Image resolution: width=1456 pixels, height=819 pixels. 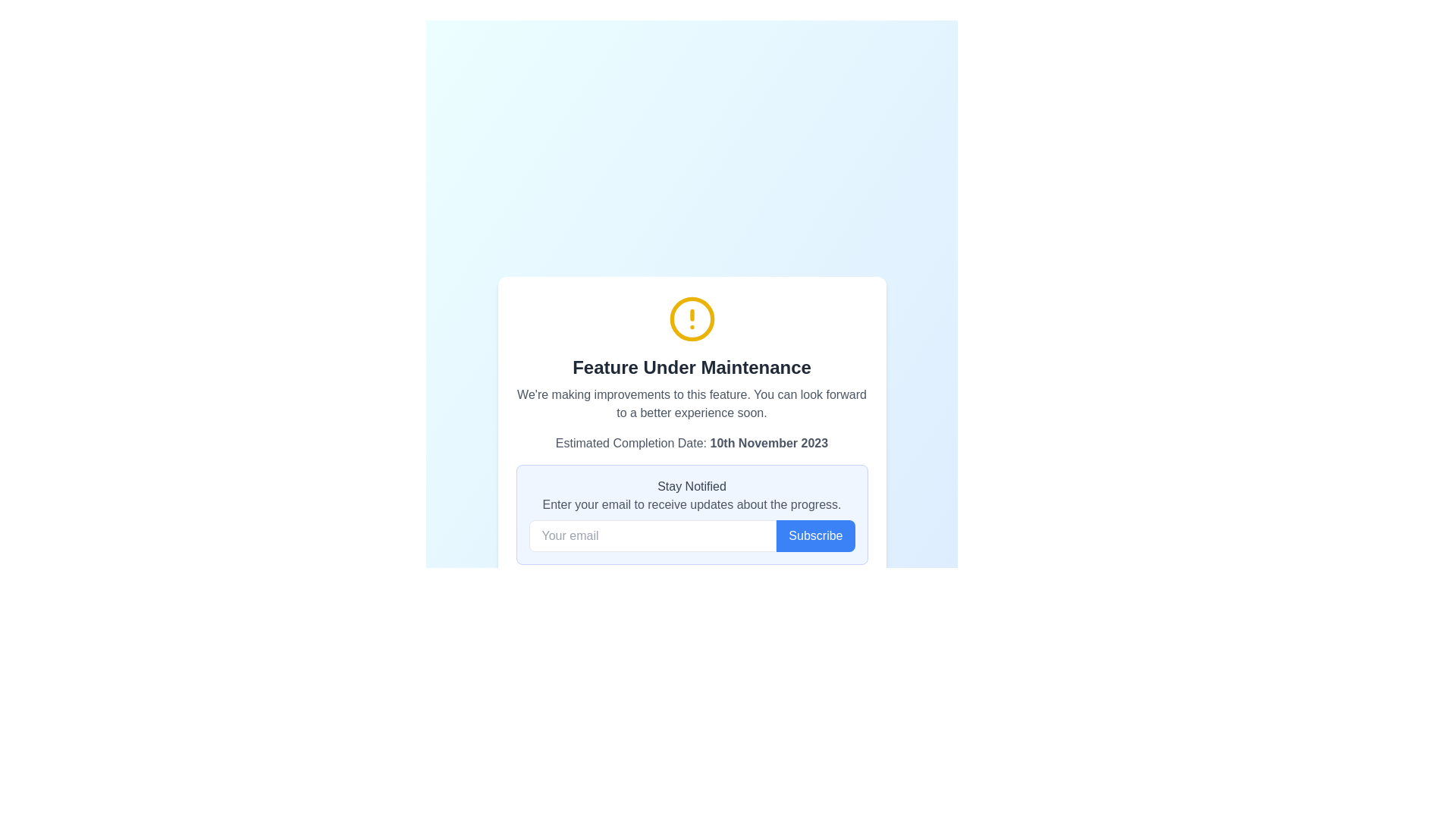 What do you see at coordinates (691, 318) in the screenshot?
I see `the alert icon located at the top of the notification card, which indicates the importance of the content associated with the 'Feature Under Maintenance' heading` at bounding box center [691, 318].